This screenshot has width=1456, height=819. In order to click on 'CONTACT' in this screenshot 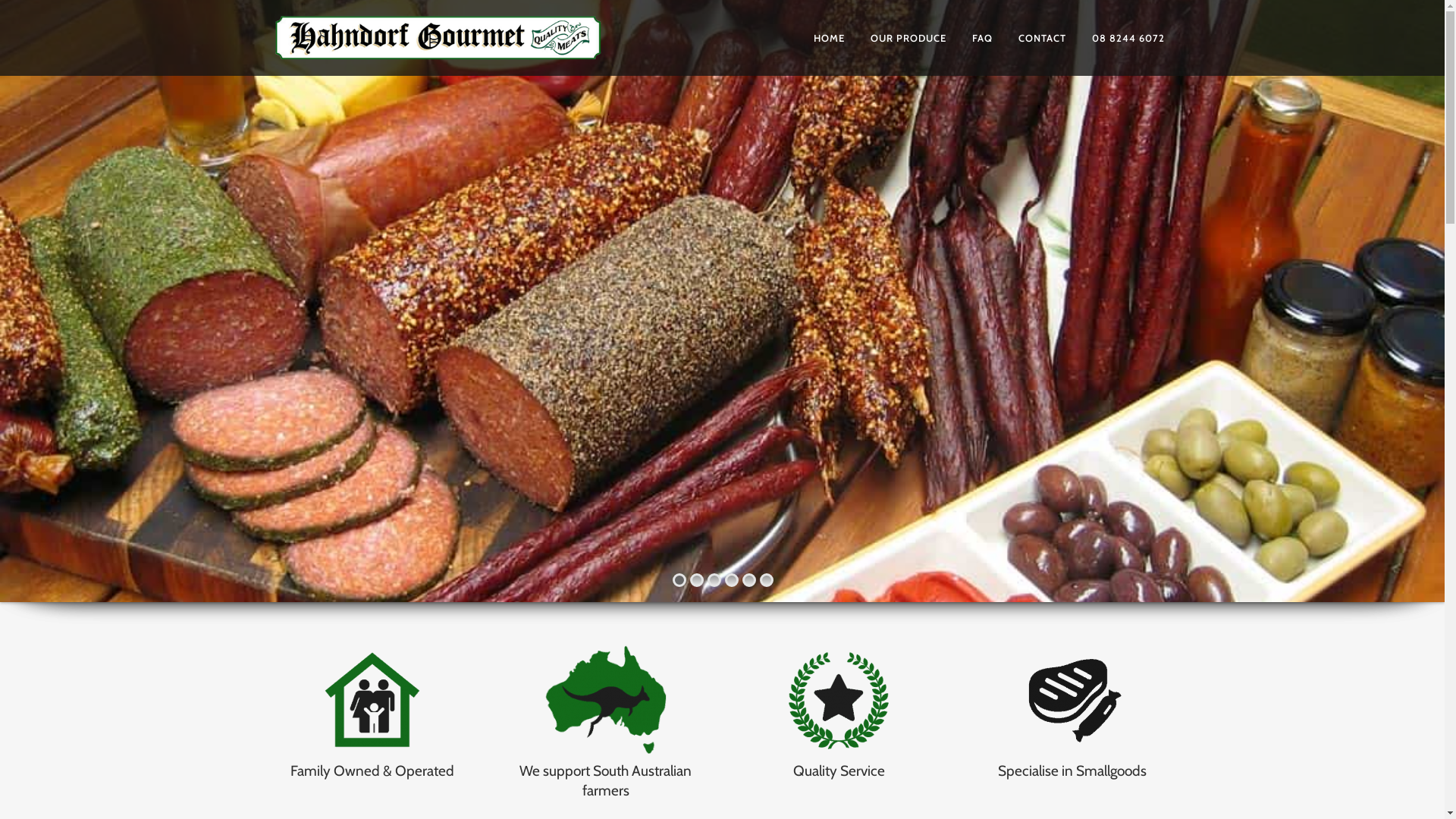, I will do `click(1005, 37)`.